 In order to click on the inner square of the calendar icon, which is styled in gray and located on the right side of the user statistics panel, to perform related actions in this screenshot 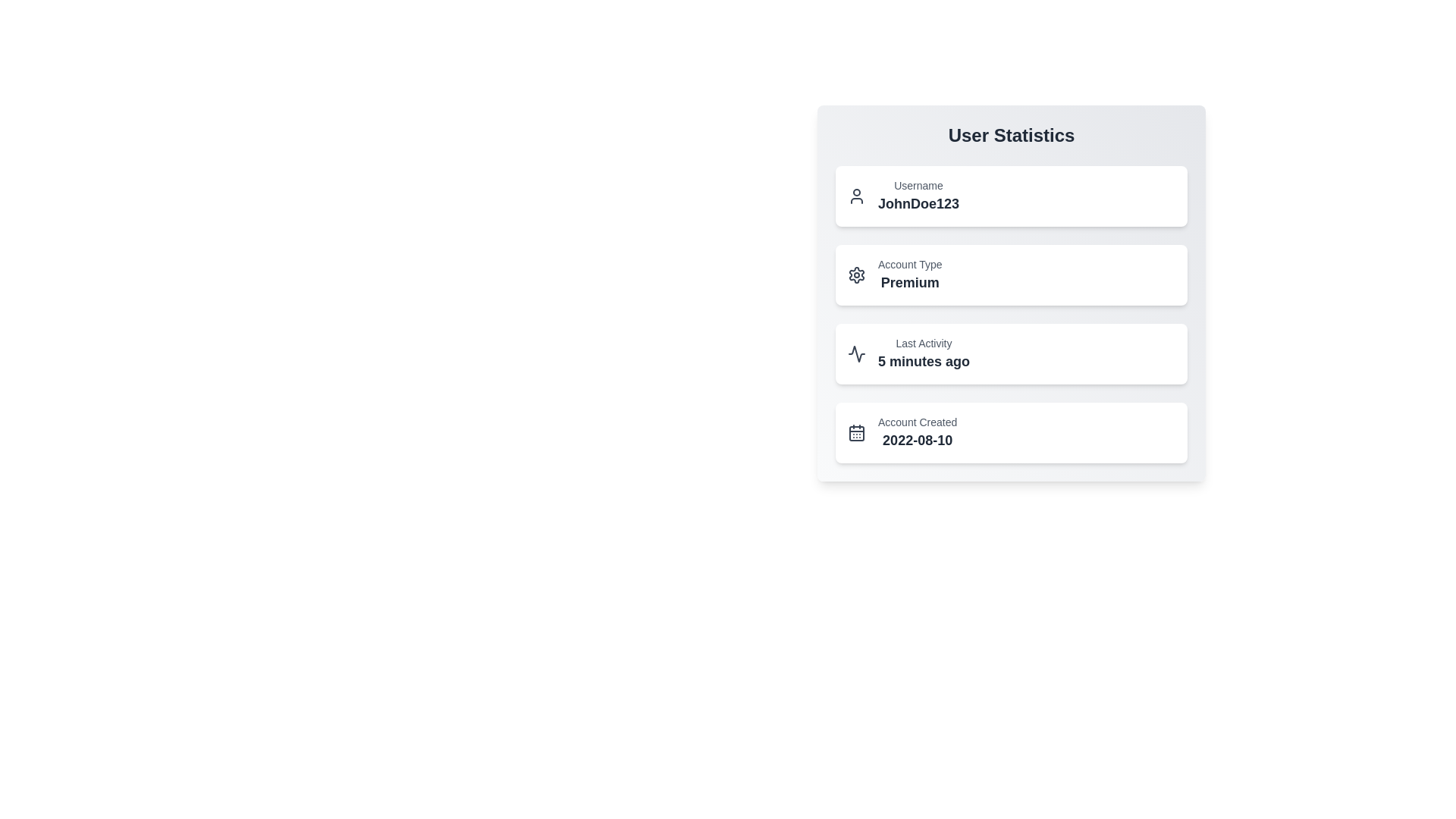, I will do `click(856, 433)`.